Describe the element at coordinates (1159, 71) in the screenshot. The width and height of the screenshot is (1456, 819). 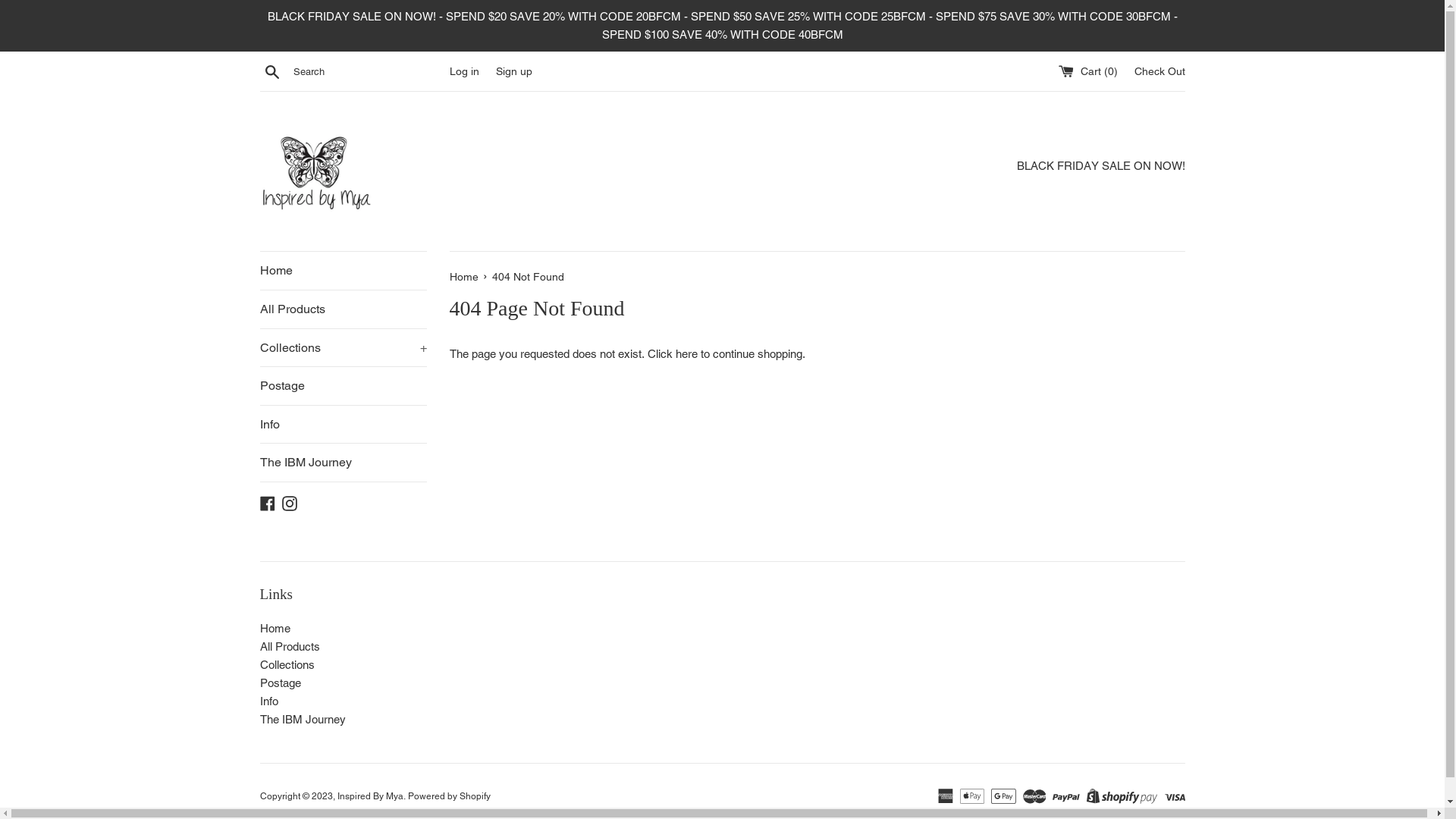
I see `'Check Out'` at that location.